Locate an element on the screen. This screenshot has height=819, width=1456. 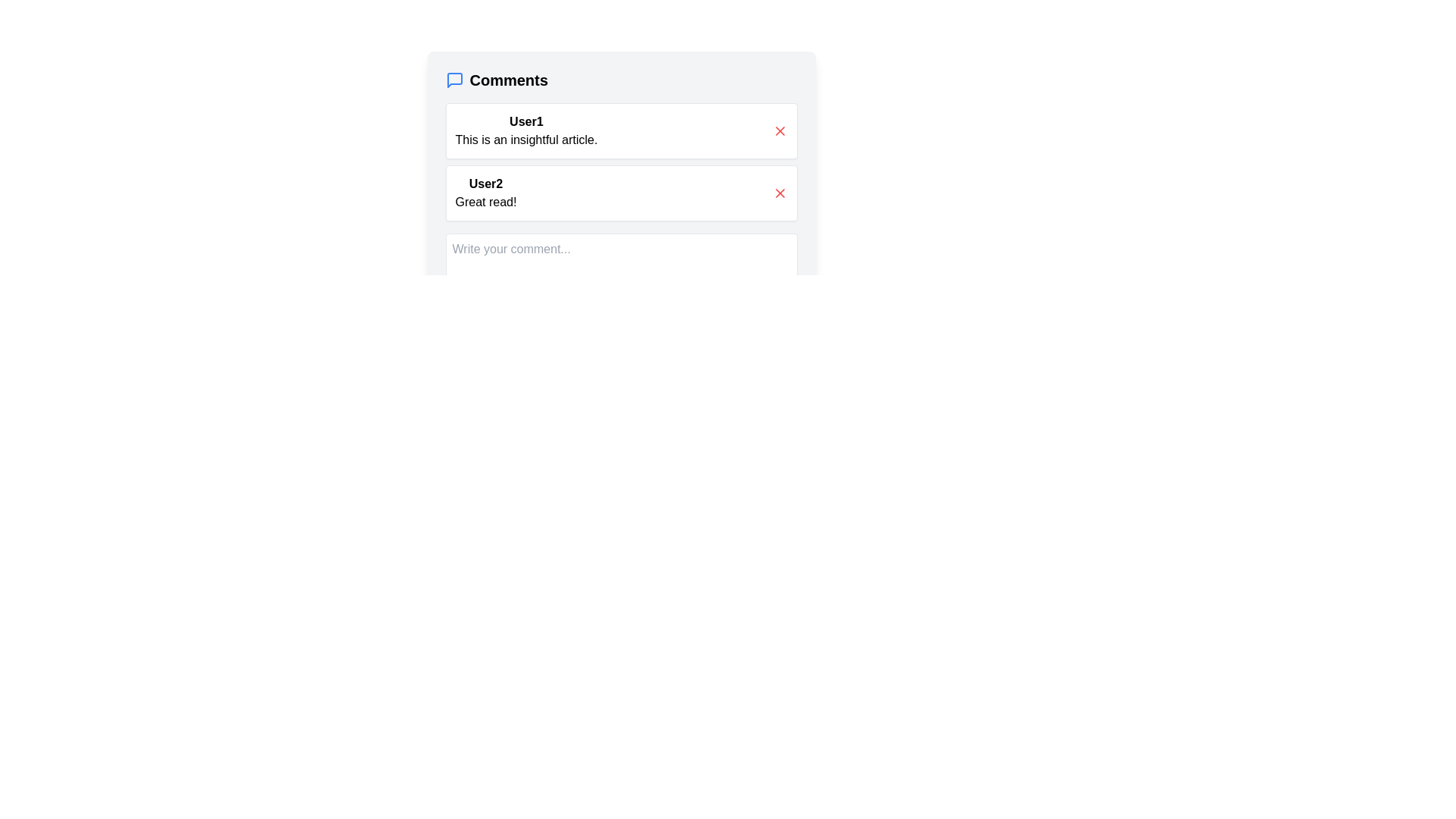
the Text Display Element containing the phrase 'This is an insightful article.' which is located in the comment section beneath the user name 'User1' is located at coordinates (526, 140).